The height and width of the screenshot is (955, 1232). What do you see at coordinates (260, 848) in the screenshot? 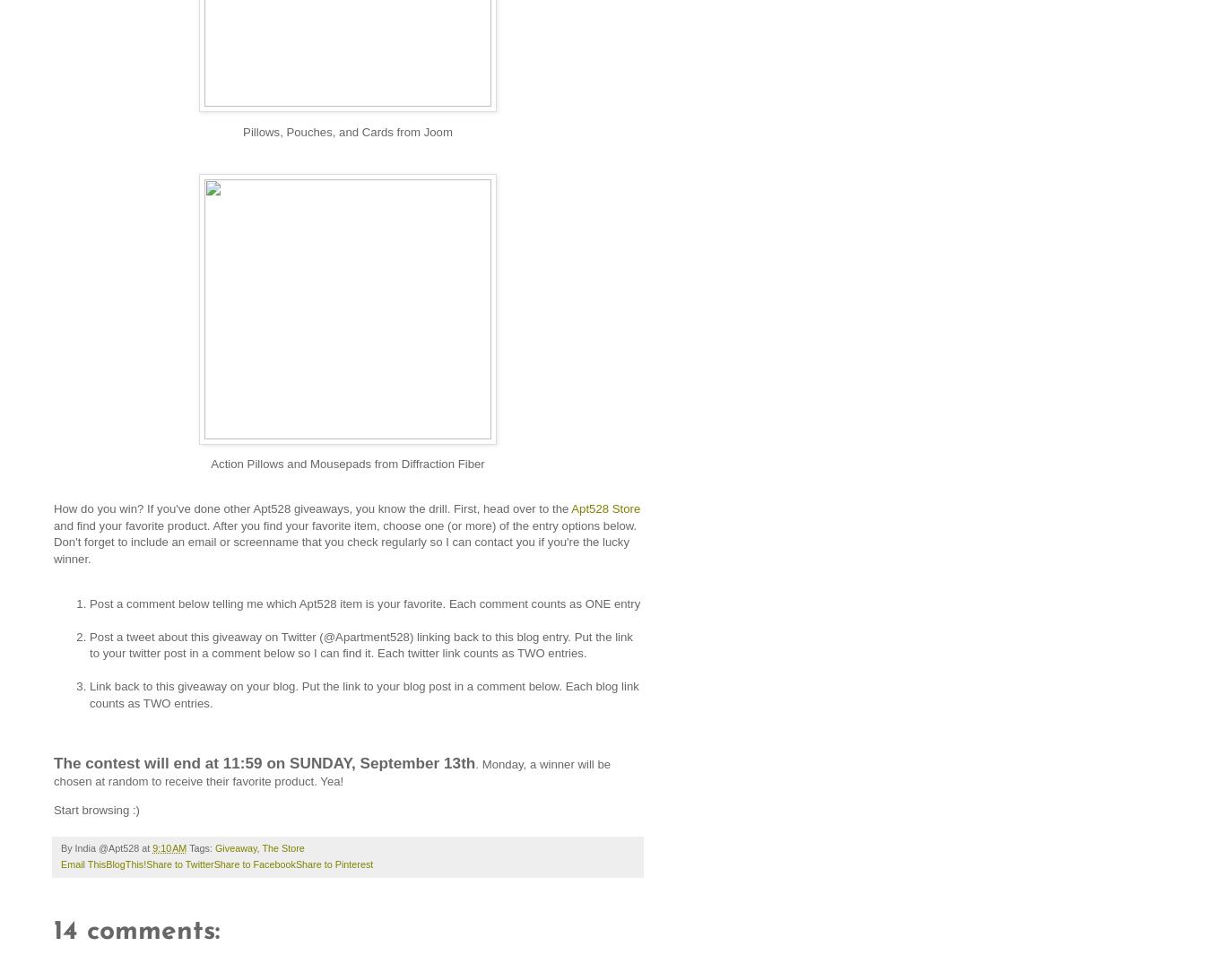
I see `'The Store'` at bounding box center [260, 848].